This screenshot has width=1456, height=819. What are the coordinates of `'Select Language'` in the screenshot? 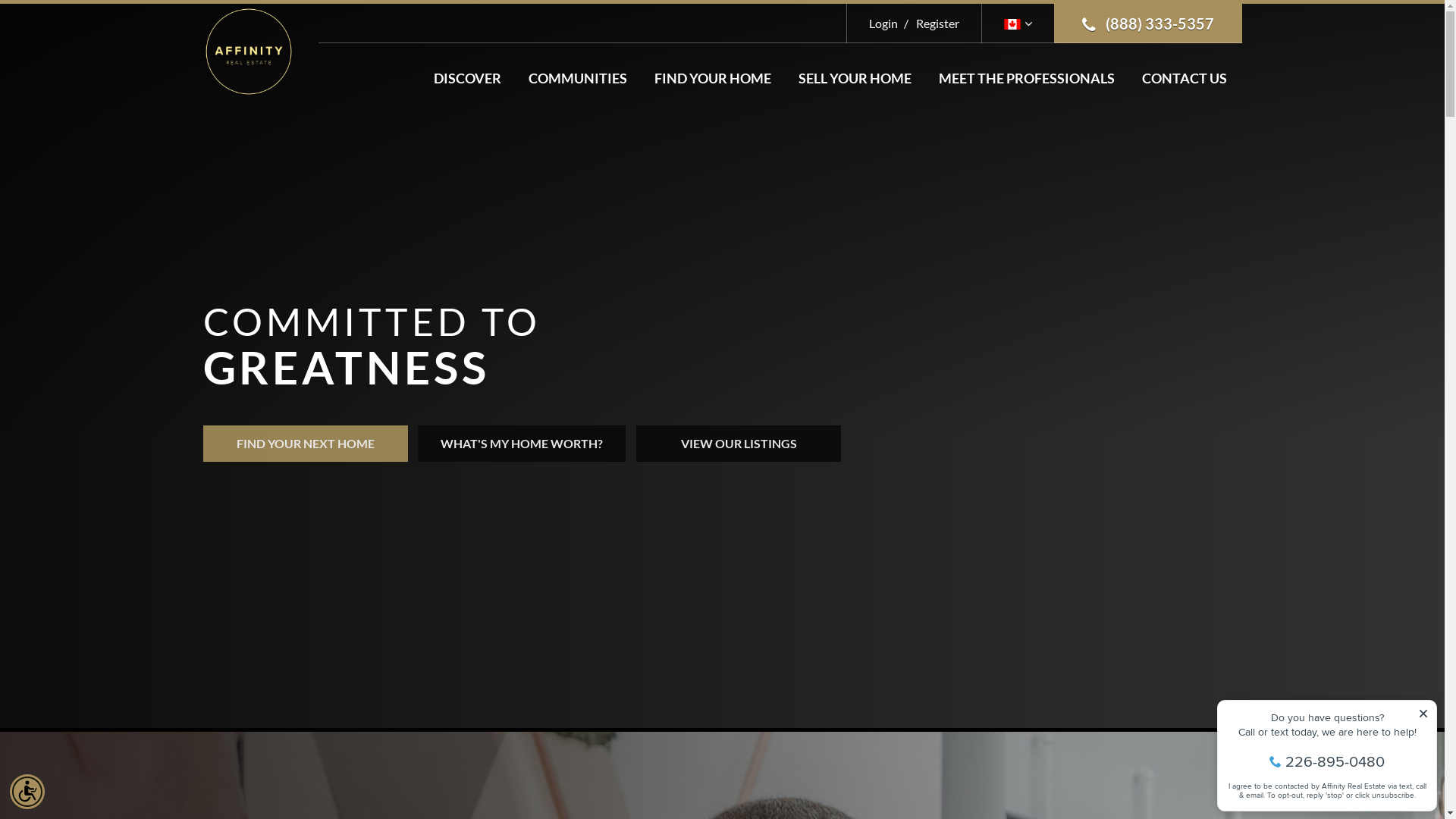 It's located at (1018, 23).